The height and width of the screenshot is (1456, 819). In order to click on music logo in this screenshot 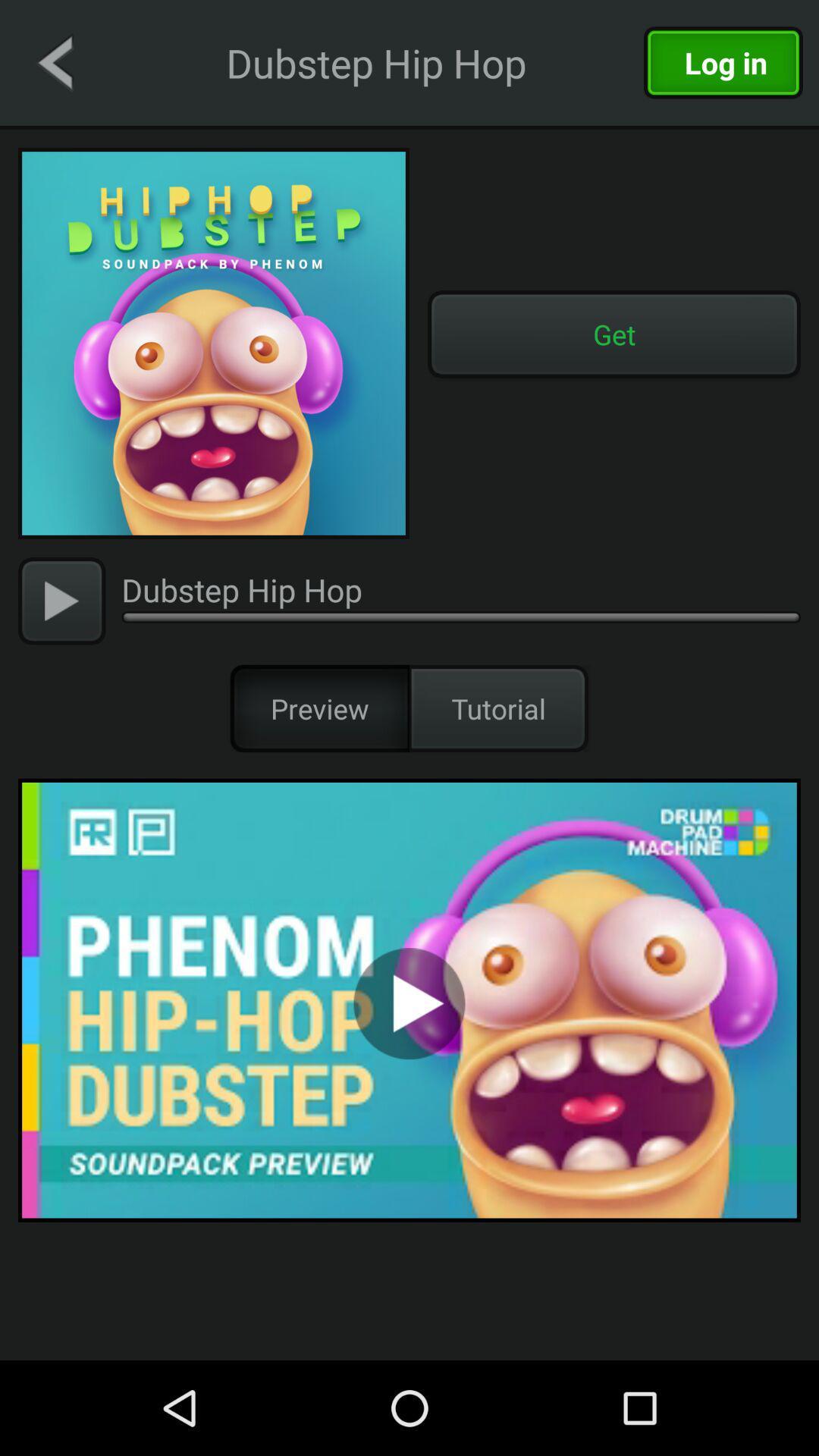, I will do `click(213, 342)`.